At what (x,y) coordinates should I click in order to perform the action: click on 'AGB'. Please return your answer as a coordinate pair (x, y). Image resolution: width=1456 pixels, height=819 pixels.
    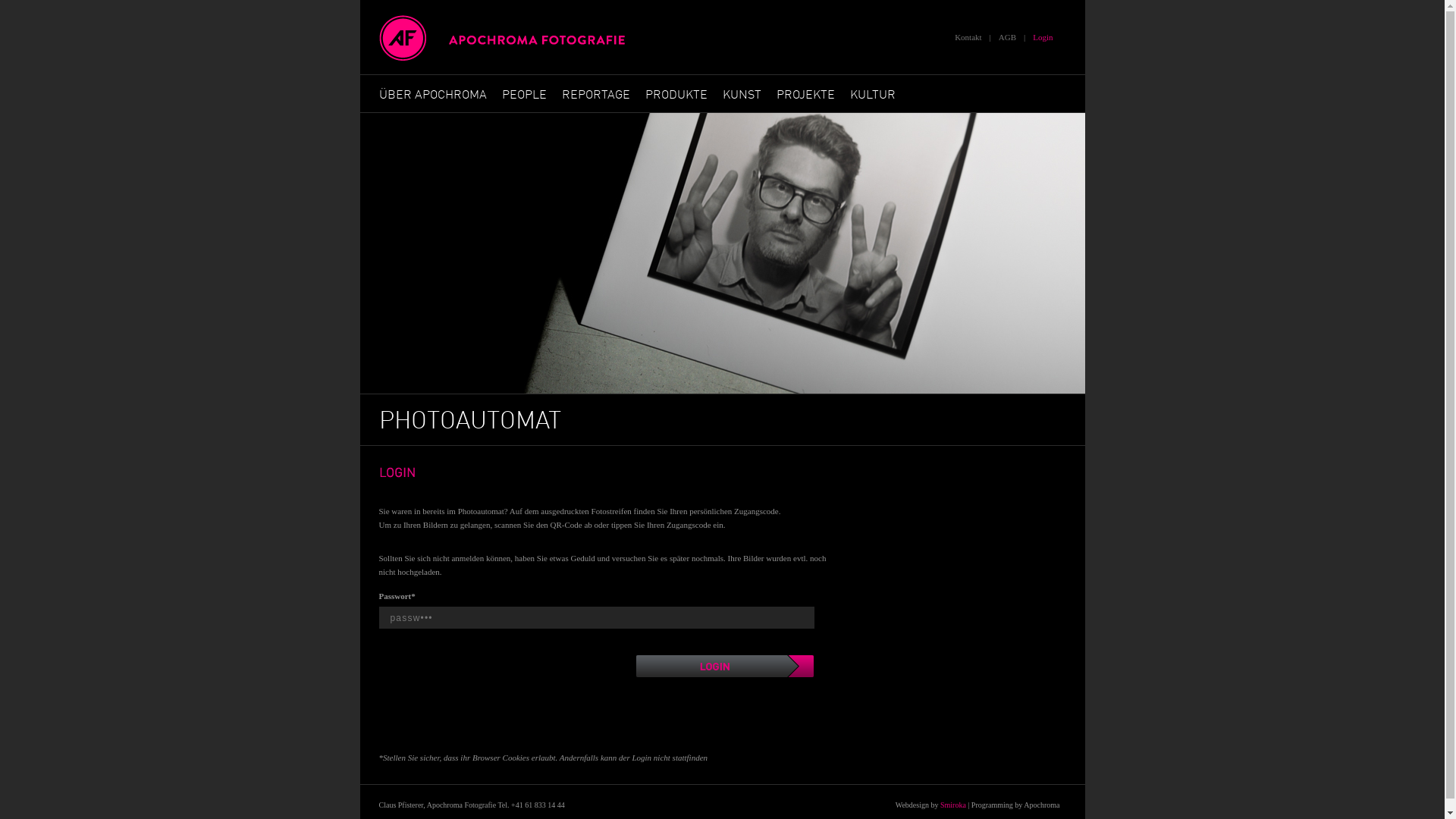
    Looking at the image, I should click on (1007, 36).